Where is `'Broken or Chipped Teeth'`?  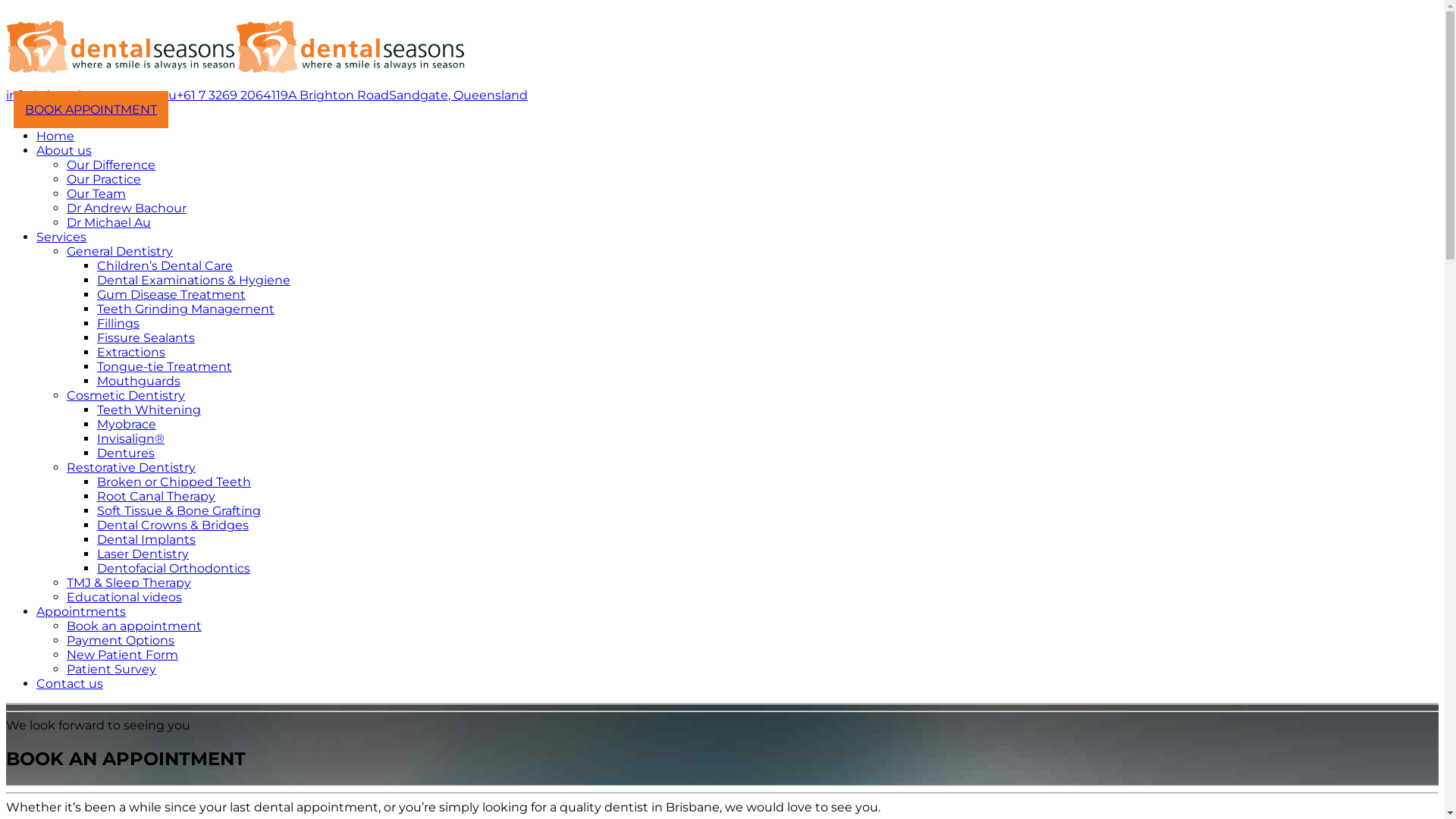
'Broken or Chipped Teeth' is located at coordinates (174, 482).